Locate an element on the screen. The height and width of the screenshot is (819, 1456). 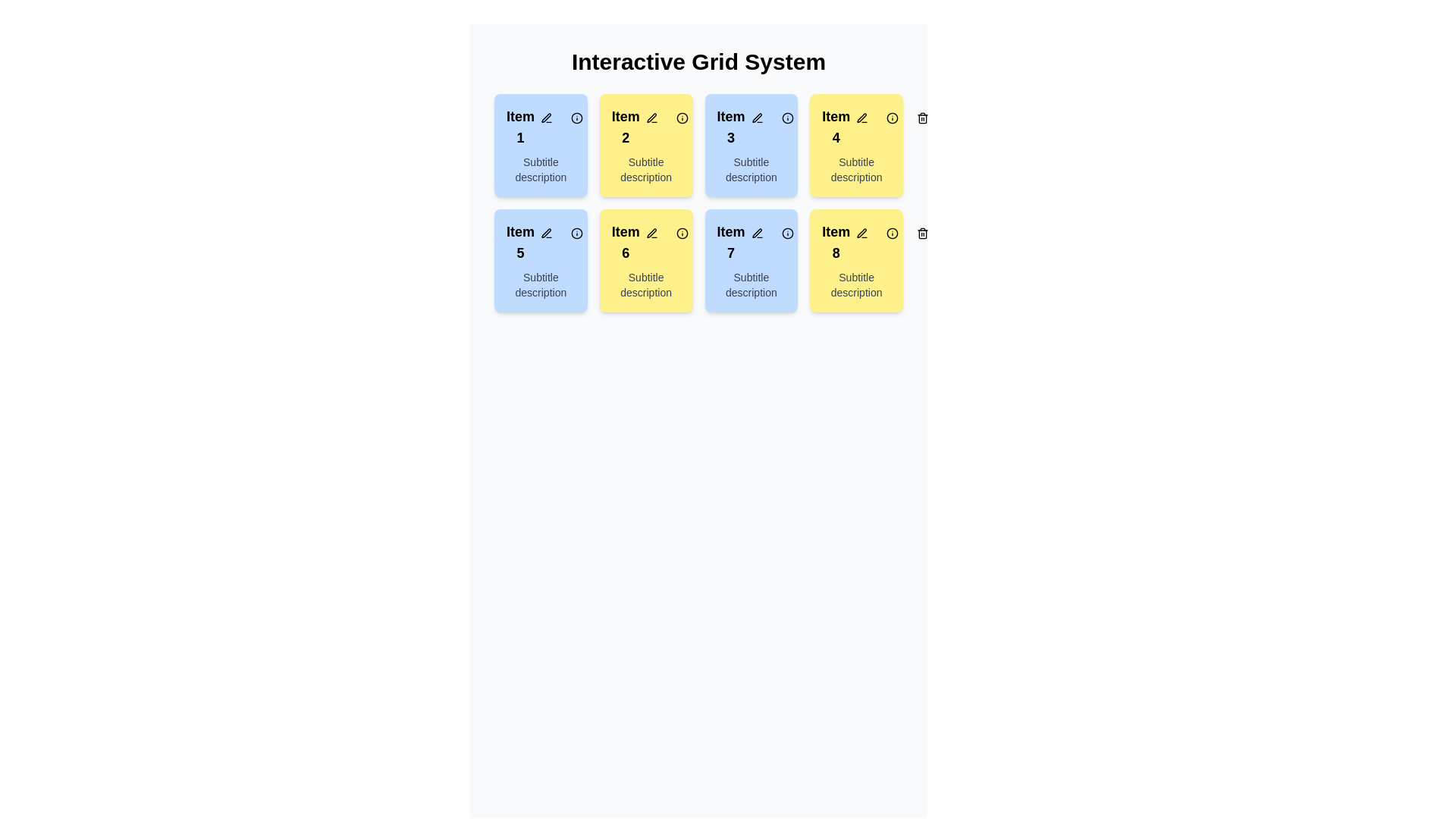
the UI card component displaying information about 'Item 3', located in the first row and third column of the grid is located at coordinates (751, 146).